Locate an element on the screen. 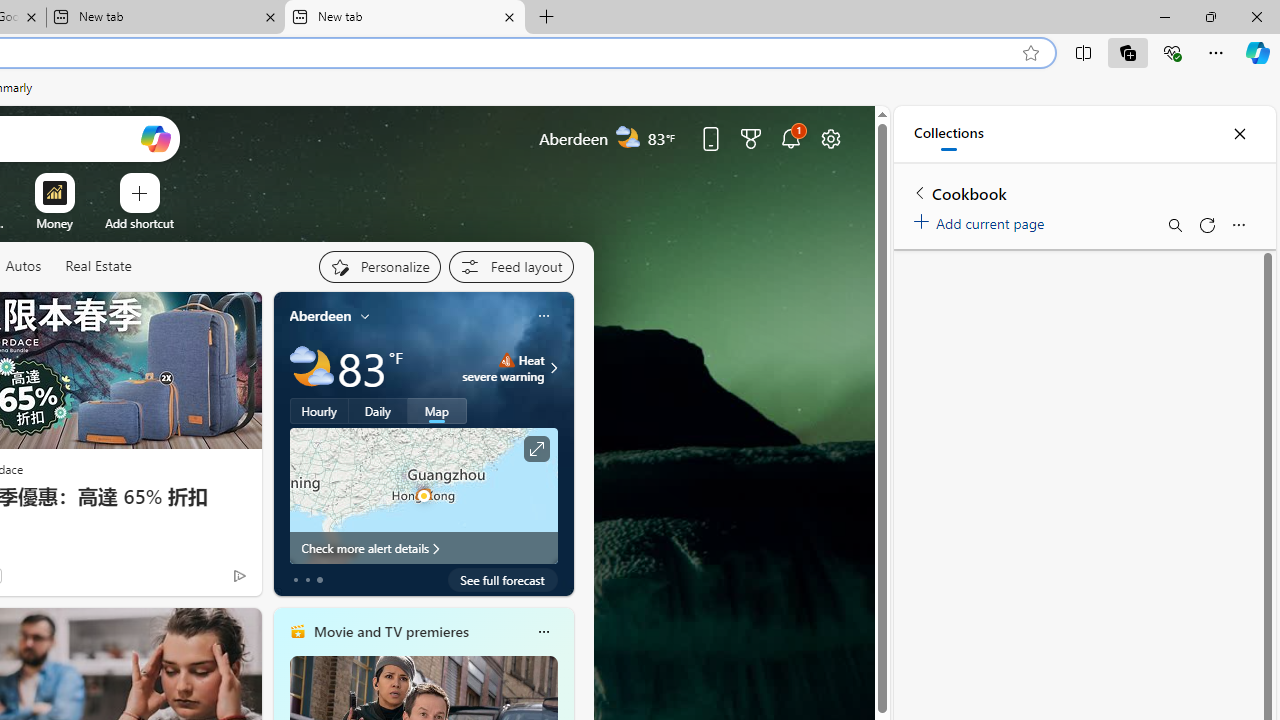  'Class: weather-arrow-glyph' is located at coordinates (554, 367).